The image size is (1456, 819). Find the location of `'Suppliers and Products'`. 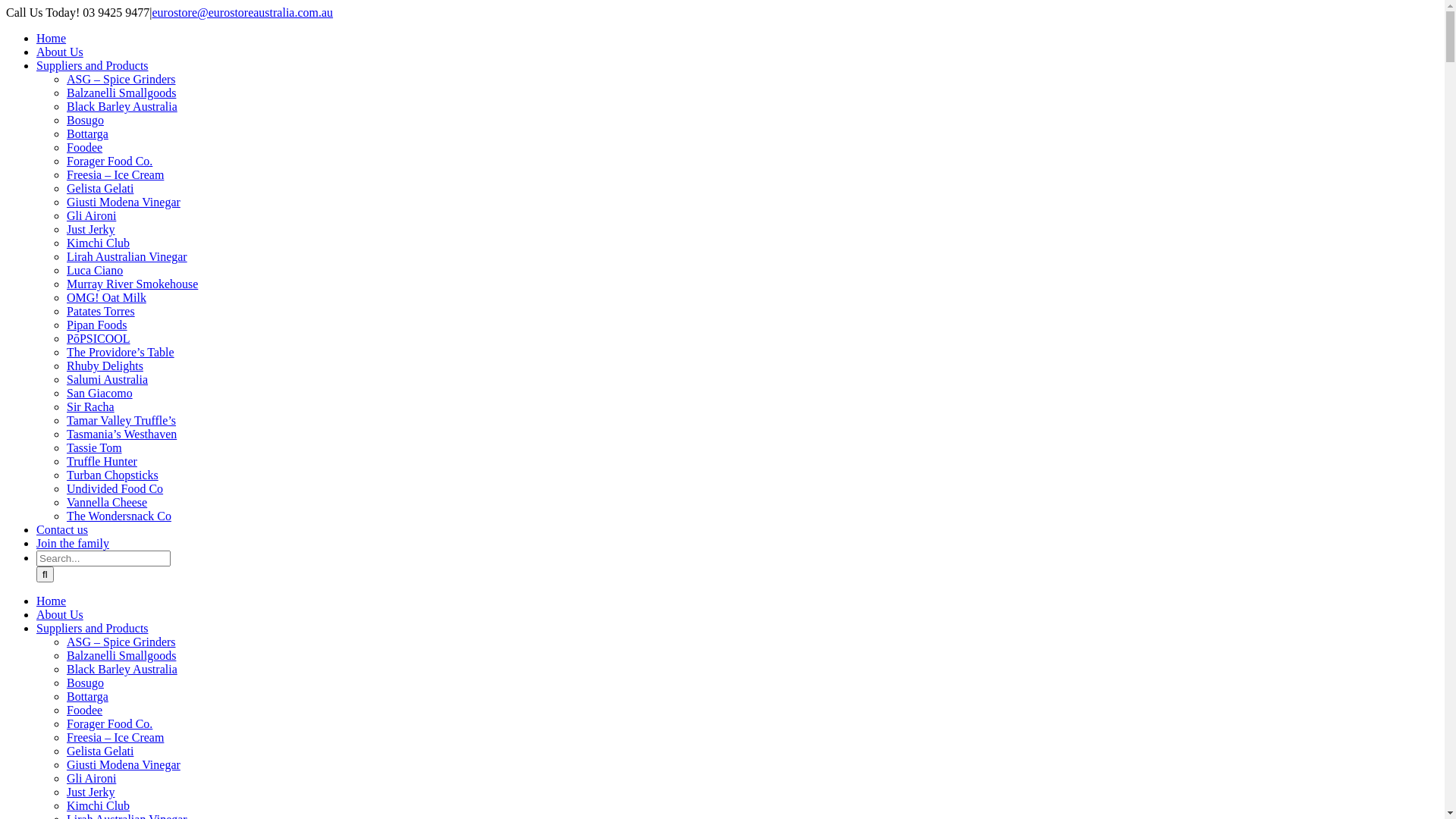

'Suppliers and Products' is located at coordinates (91, 64).